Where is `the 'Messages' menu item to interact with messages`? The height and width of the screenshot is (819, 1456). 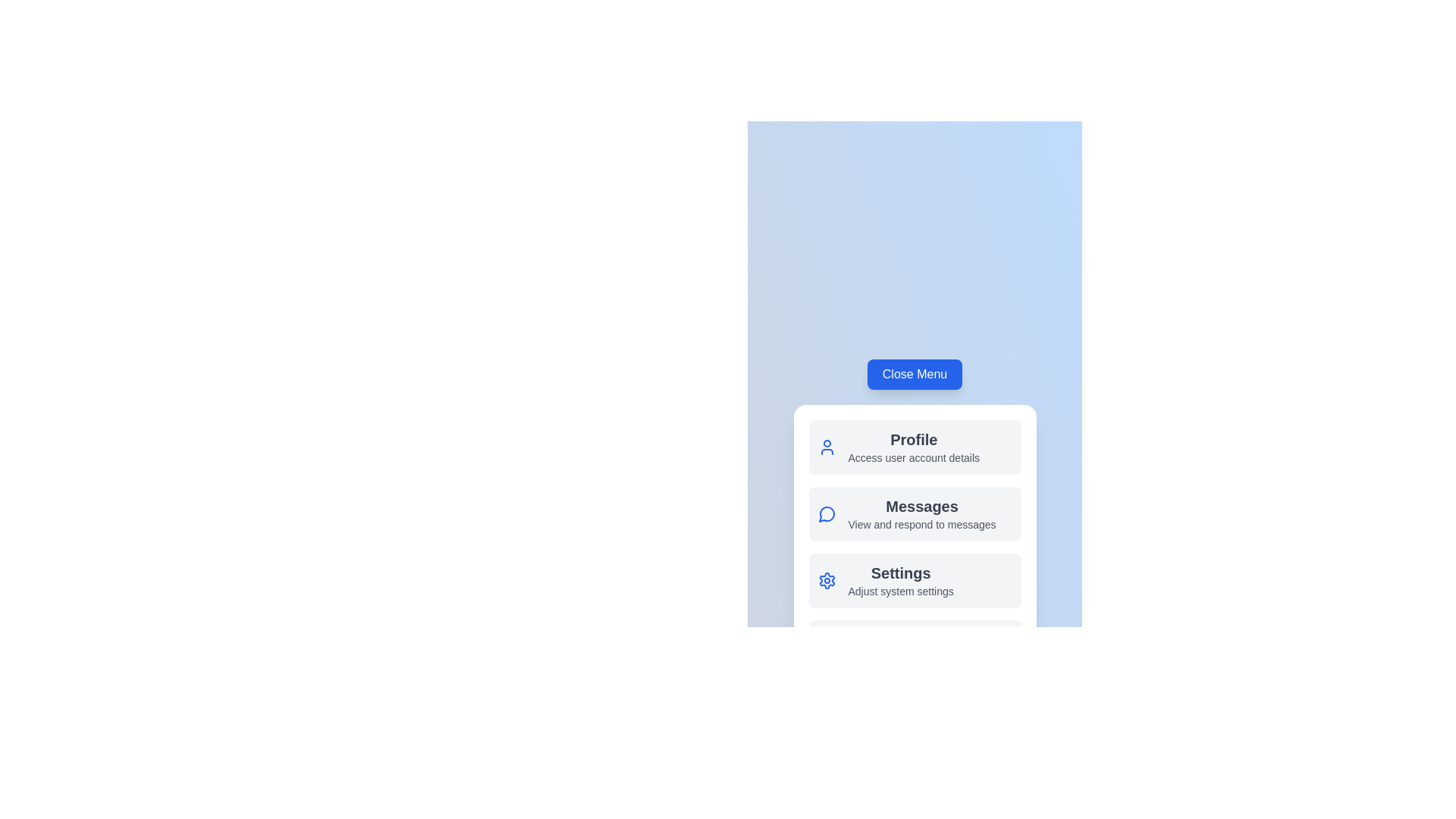 the 'Messages' menu item to interact with messages is located at coordinates (913, 513).